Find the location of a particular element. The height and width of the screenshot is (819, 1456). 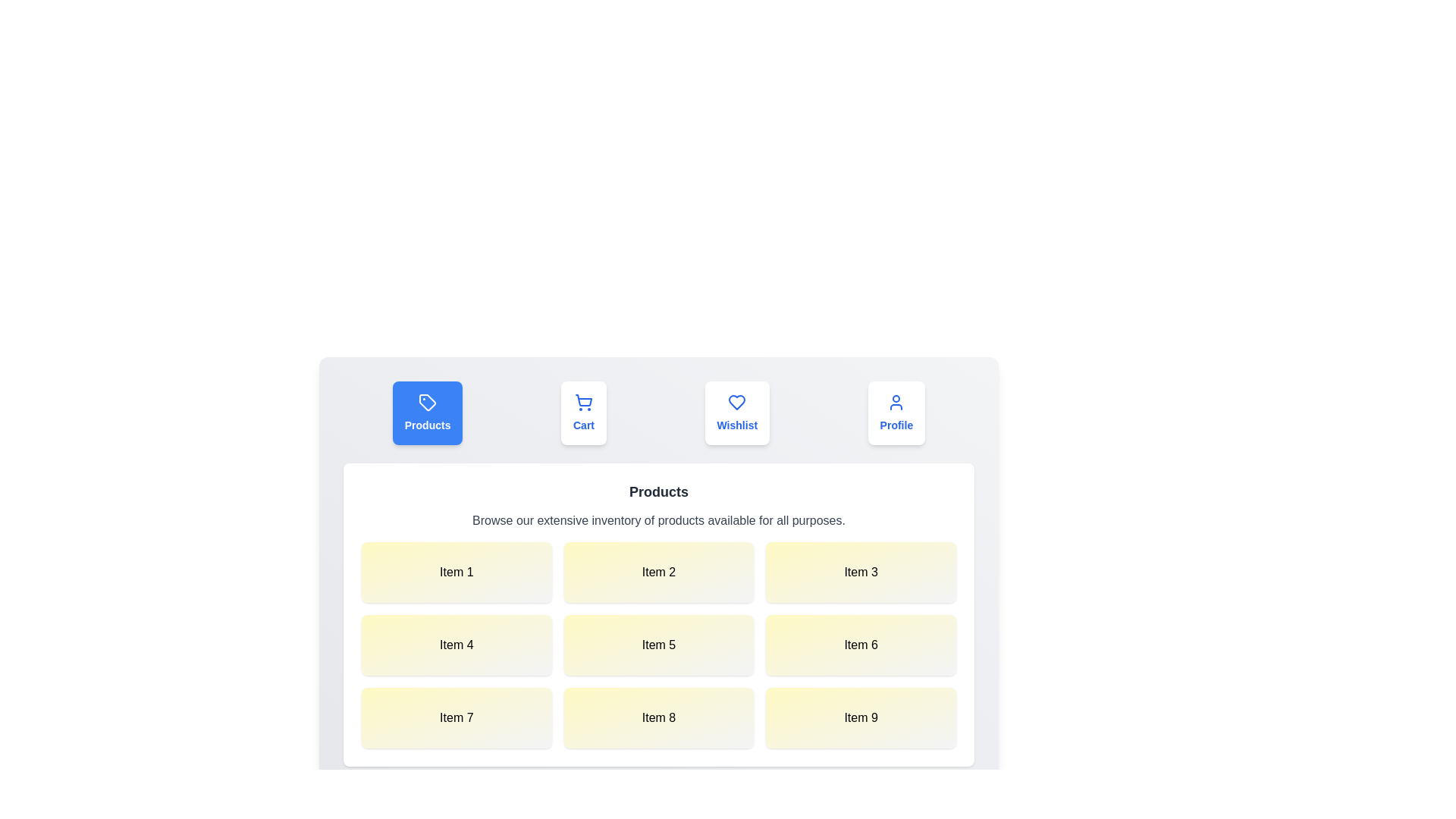

the tab labeled Products to trigger its hover effect is located at coordinates (427, 413).